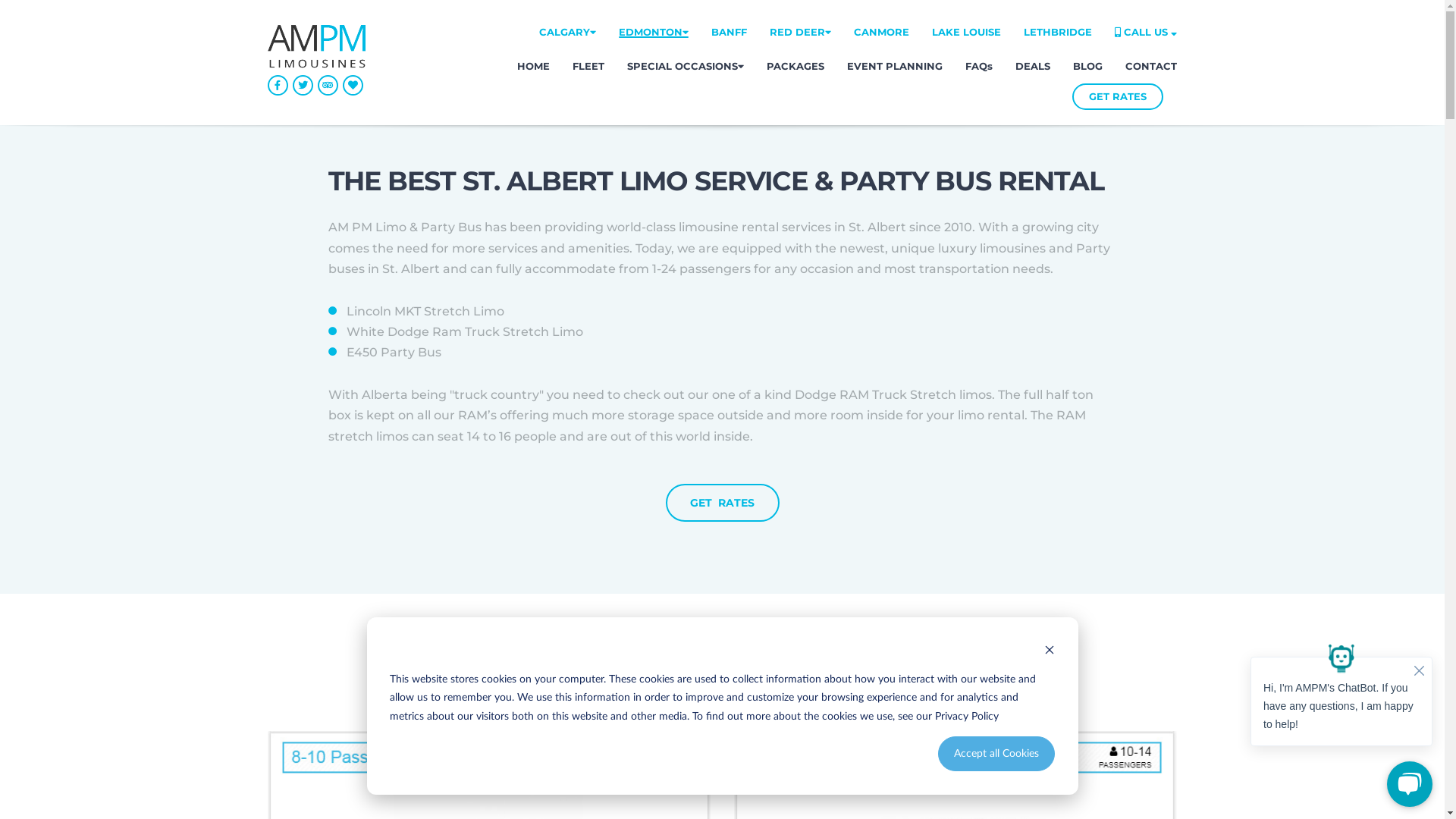 The image size is (1456, 819). I want to click on 'GET  RATES', so click(722, 503).